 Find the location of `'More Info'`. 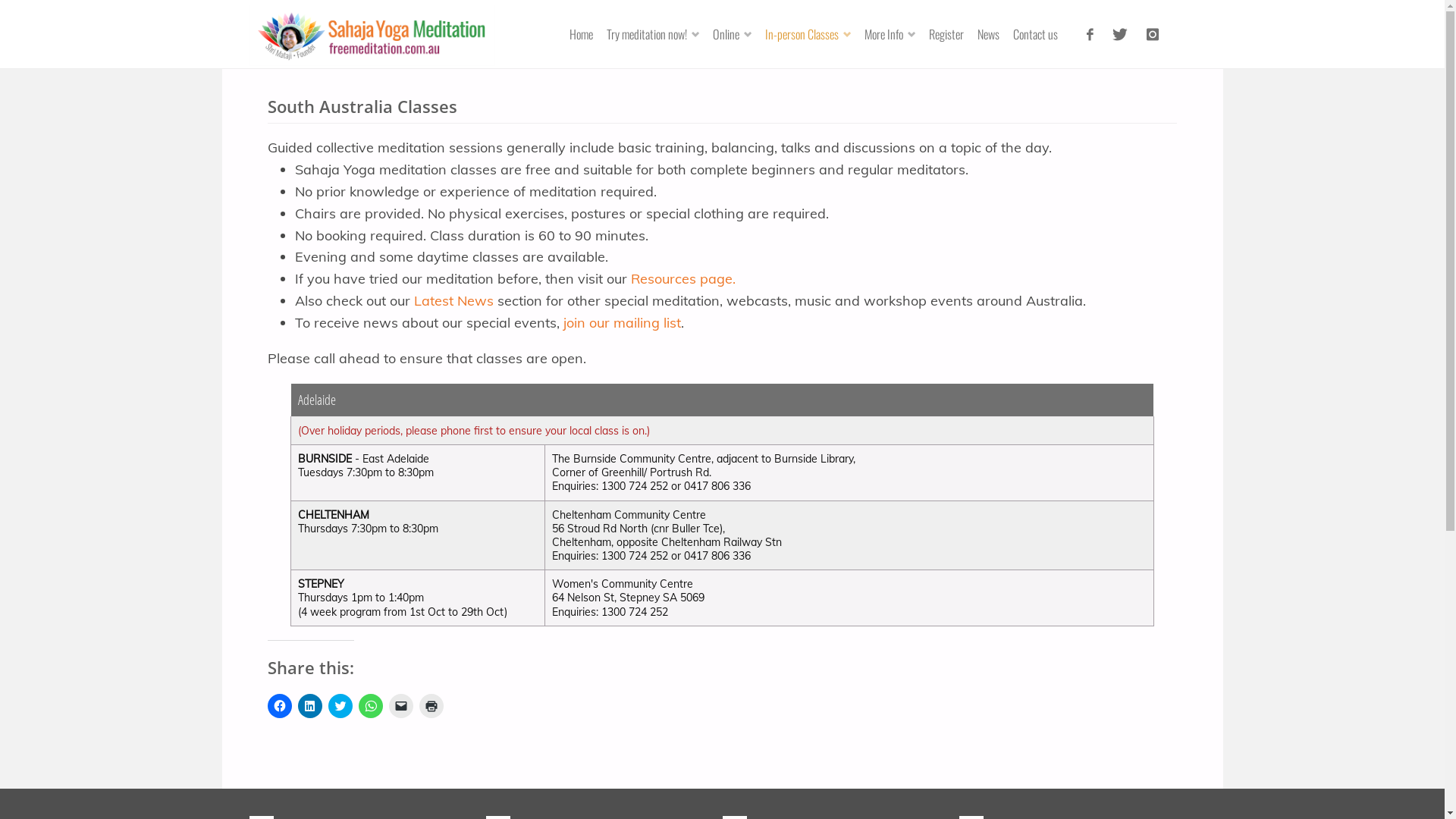

'More Info' is located at coordinates (863, 34).